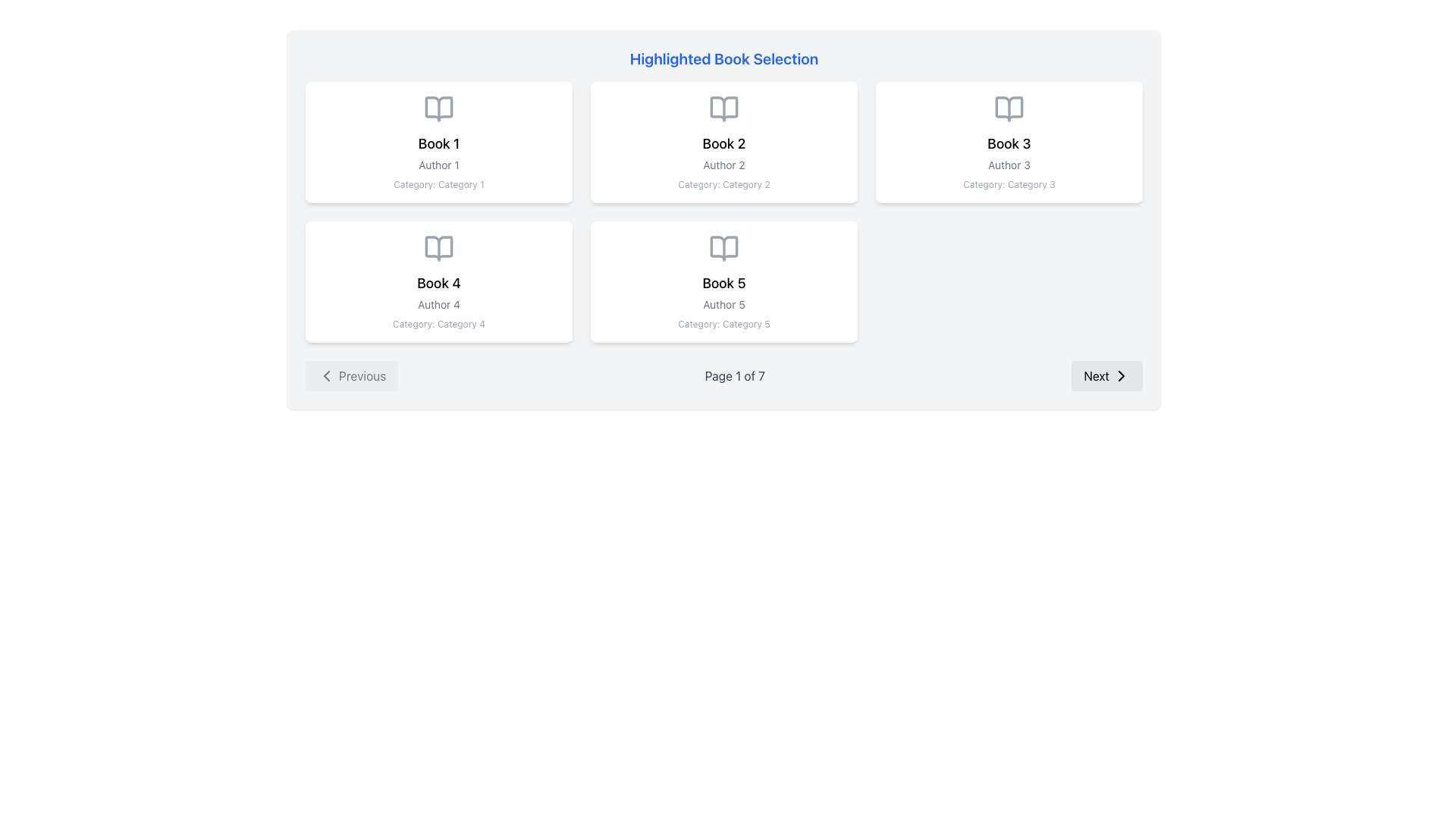 Image resolution: width=1456 pixels, height=819 pixels. What do you see at coordinates (438, 247) in the screenshot?
I see `the open book icon located above the text 'Book 4' within the card in the second row and first column of the grid layout` at bounding box center [438, 247].